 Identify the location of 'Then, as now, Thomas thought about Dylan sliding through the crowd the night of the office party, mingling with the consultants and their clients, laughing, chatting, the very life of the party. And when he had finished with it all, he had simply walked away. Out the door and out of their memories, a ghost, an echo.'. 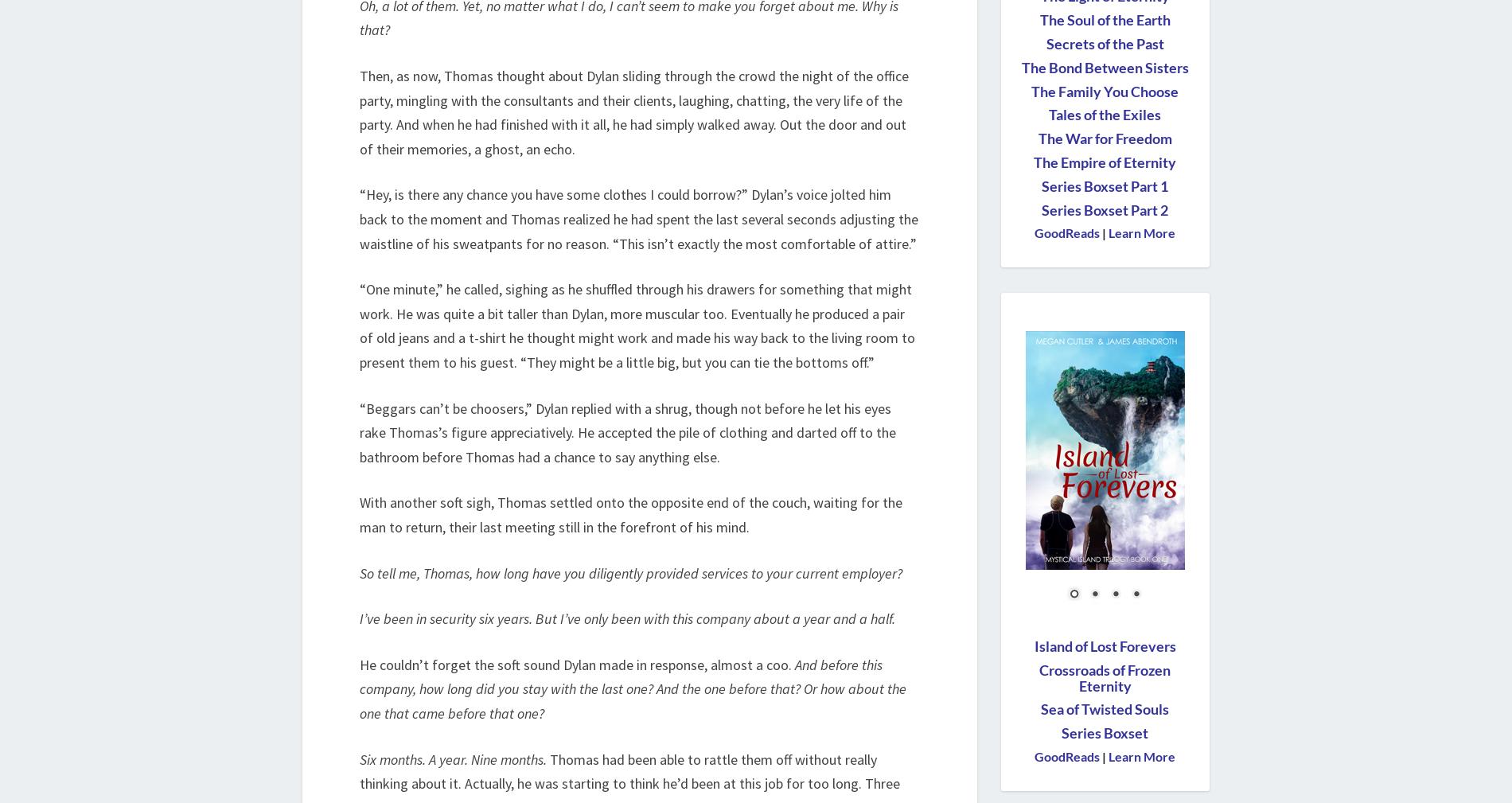
(633, 111).